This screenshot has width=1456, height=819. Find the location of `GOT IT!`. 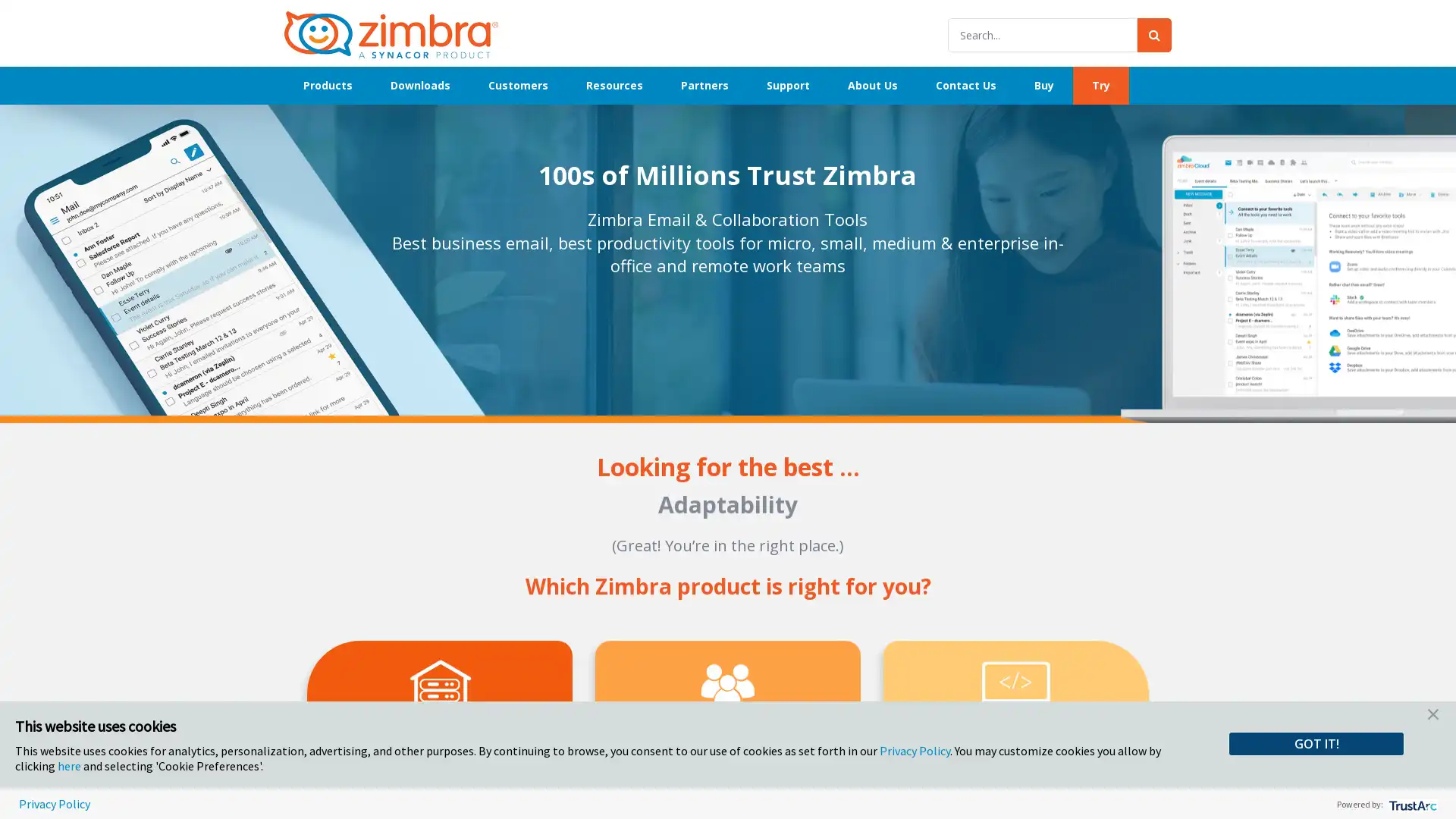

GOT IT! is located at coordinates (1316, 742).